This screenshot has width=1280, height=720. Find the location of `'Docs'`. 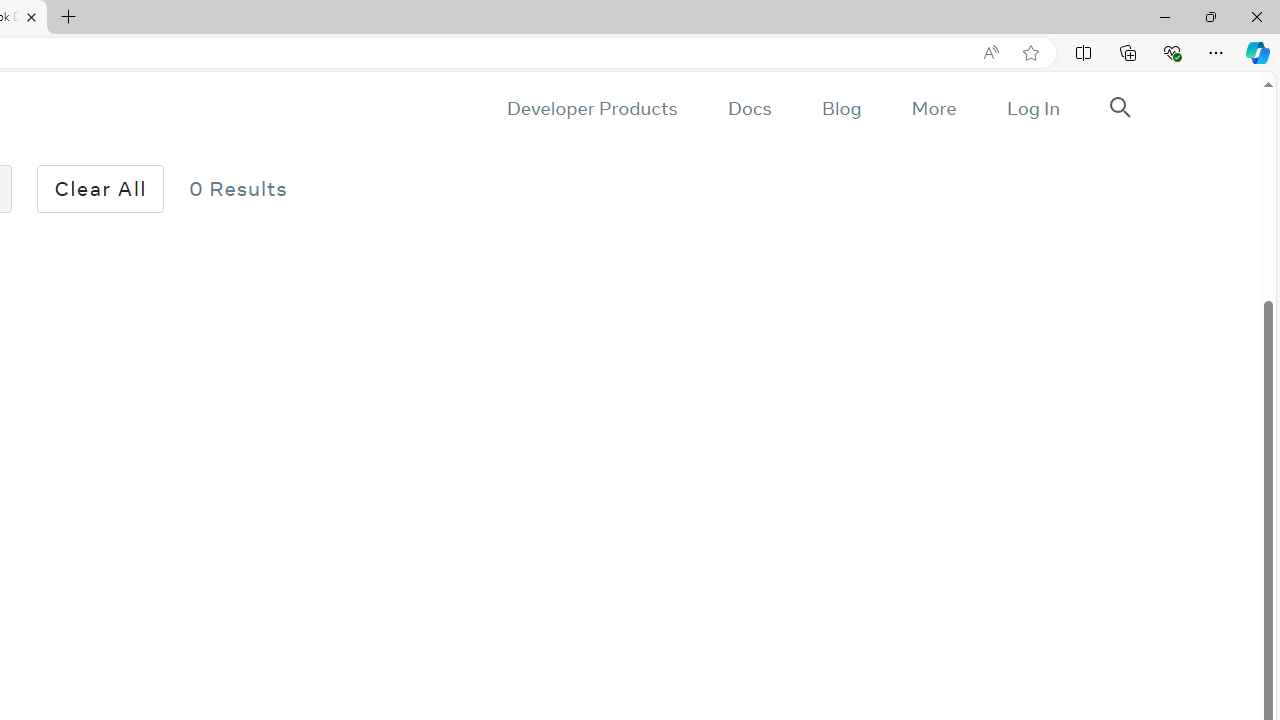

'Docs' is located at coordinates (748, 108).